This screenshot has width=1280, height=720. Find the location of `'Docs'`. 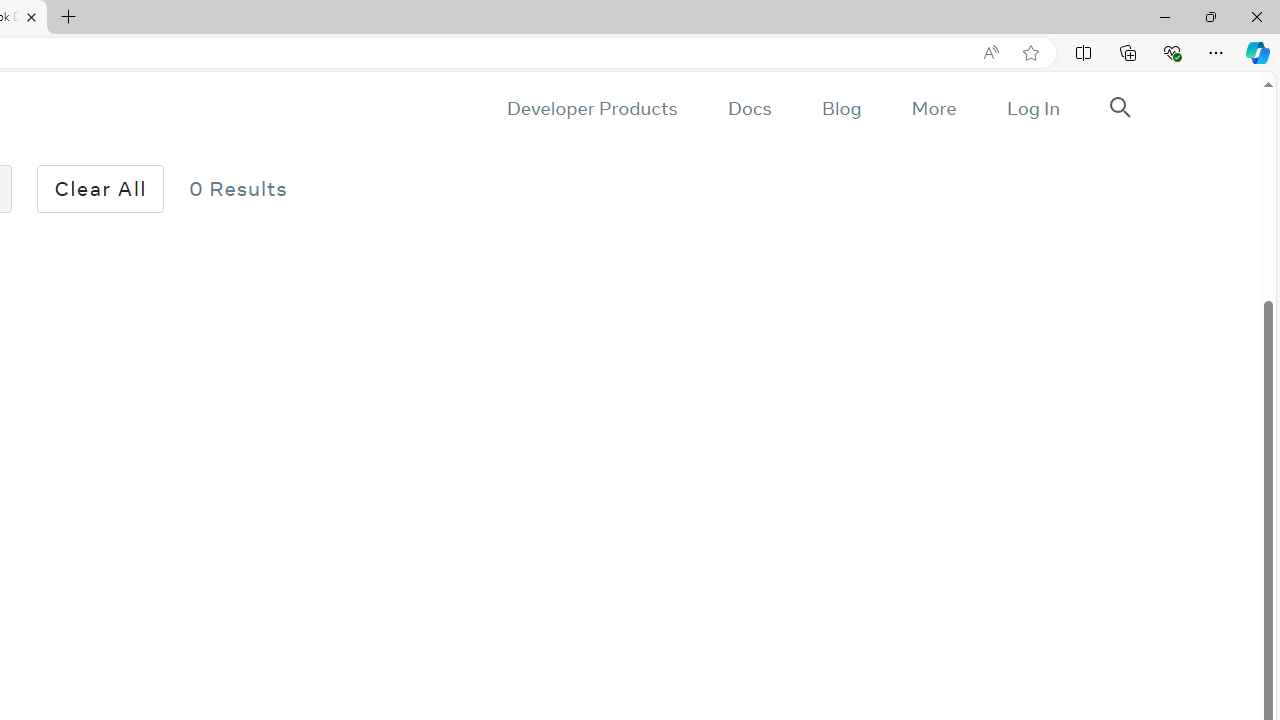

'Docs' is located at coordinates (748, 108).